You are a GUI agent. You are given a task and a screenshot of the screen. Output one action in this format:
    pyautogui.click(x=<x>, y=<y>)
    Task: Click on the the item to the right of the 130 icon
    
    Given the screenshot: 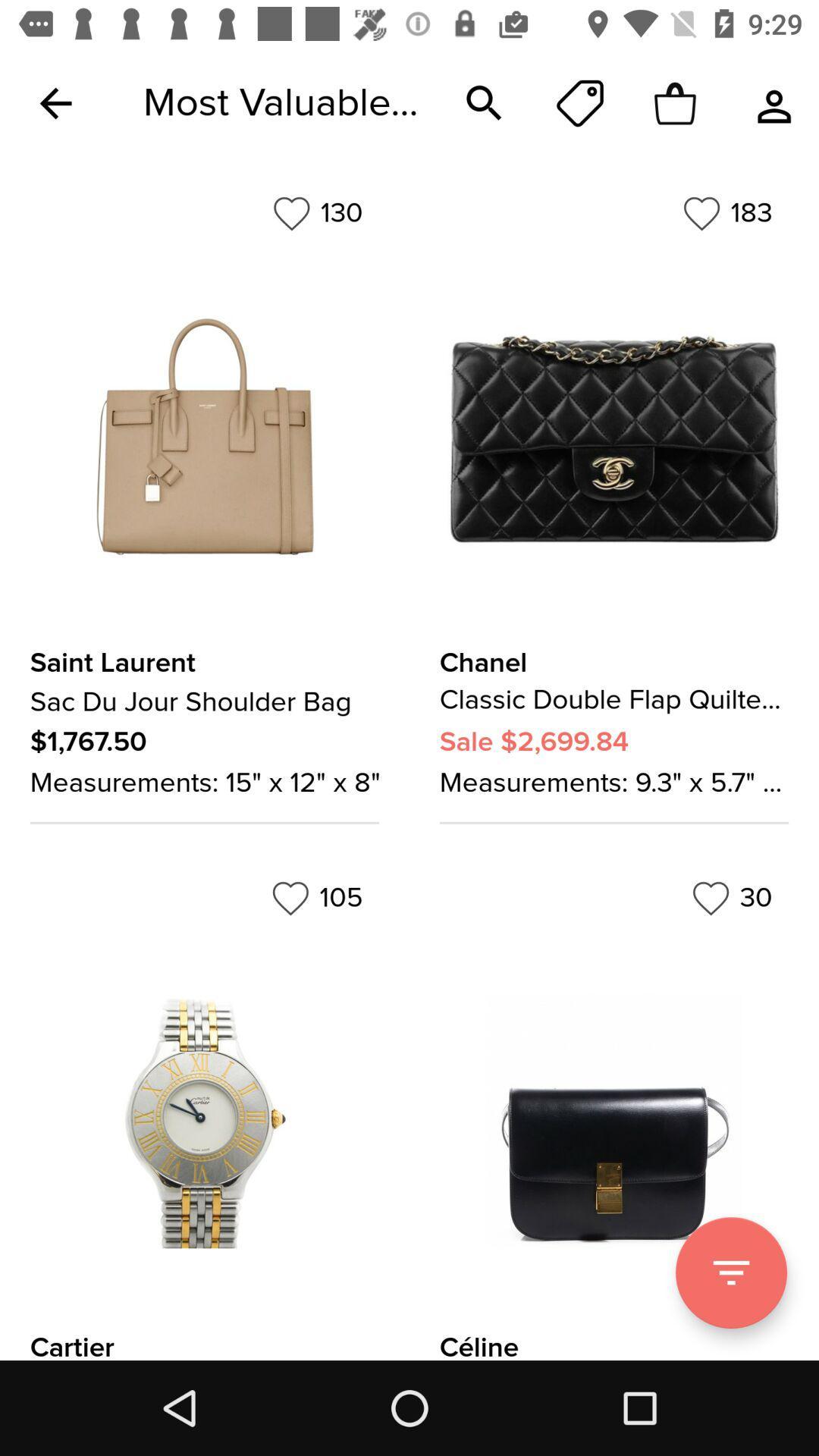 What is the action you would take?
    pyautogui.click(x=726, y=212)
    